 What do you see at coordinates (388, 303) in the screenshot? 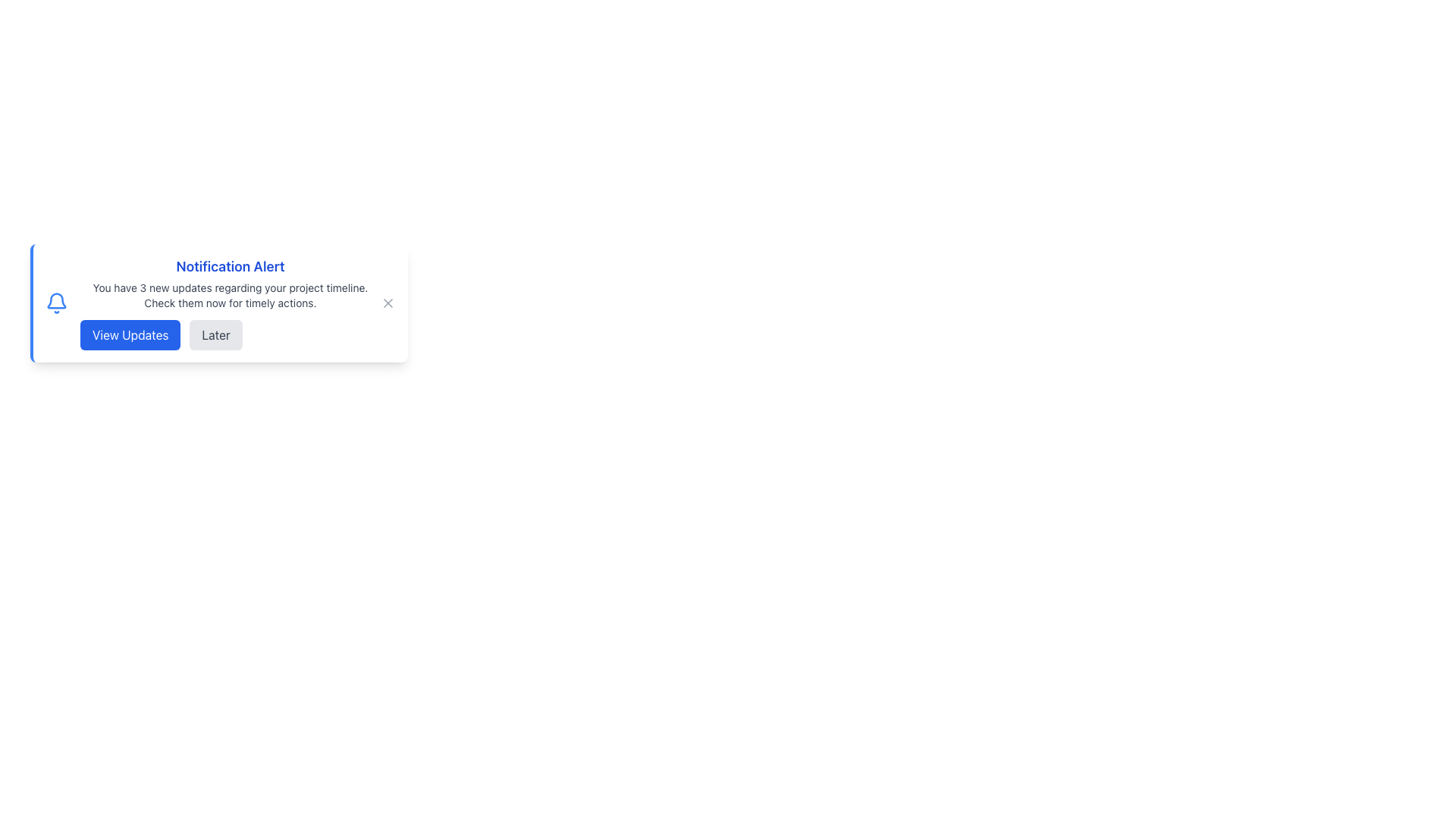
I see `the graphical close icon in the top-right corner of the notification dialog` at bounding box center [388, 303].